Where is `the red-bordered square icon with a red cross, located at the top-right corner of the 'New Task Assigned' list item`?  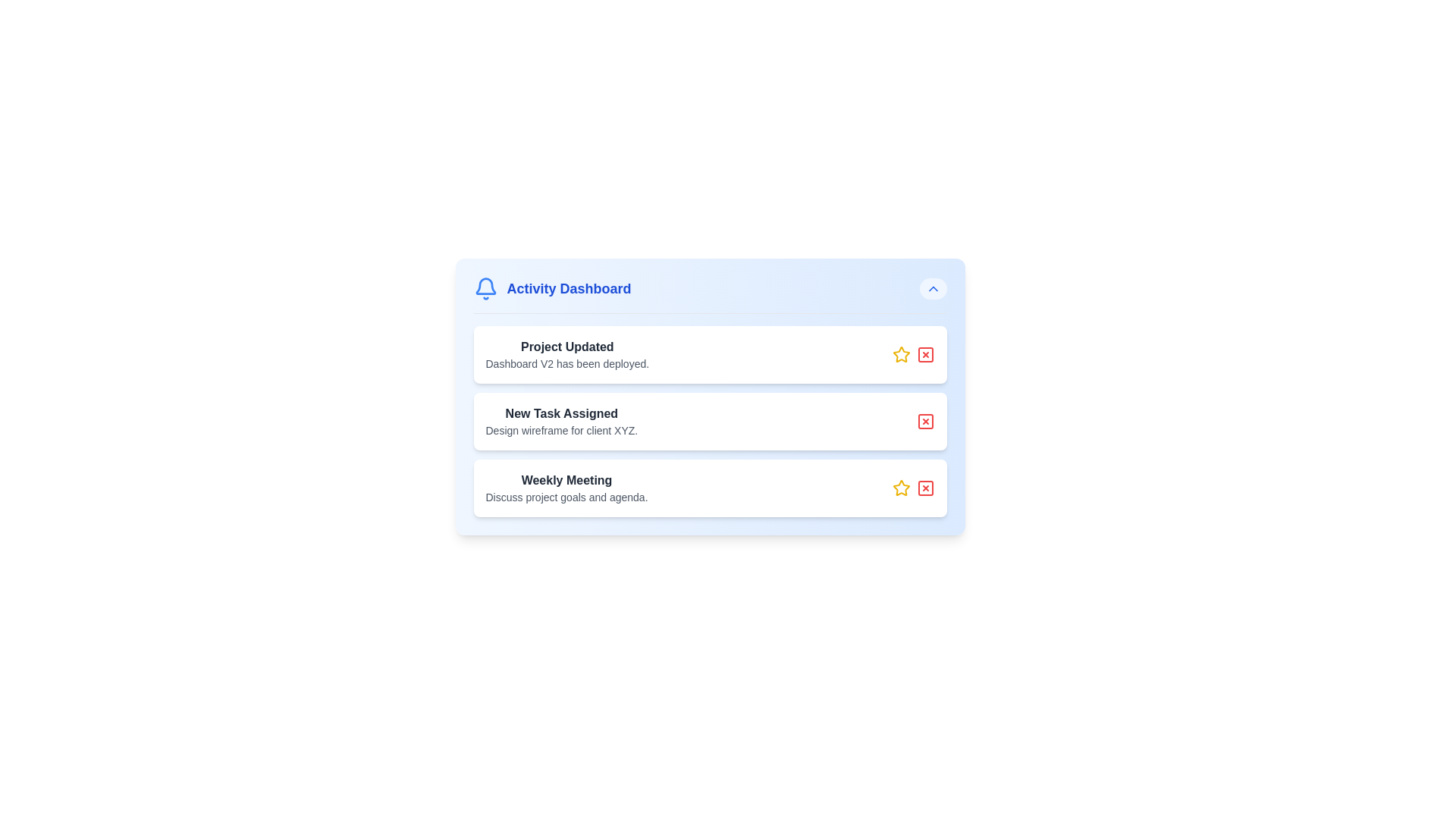 the red-bordered square icon with a red cross, located at the top-right corner of the 'New Task Assigned' list item is located at coordinates (924, 421).